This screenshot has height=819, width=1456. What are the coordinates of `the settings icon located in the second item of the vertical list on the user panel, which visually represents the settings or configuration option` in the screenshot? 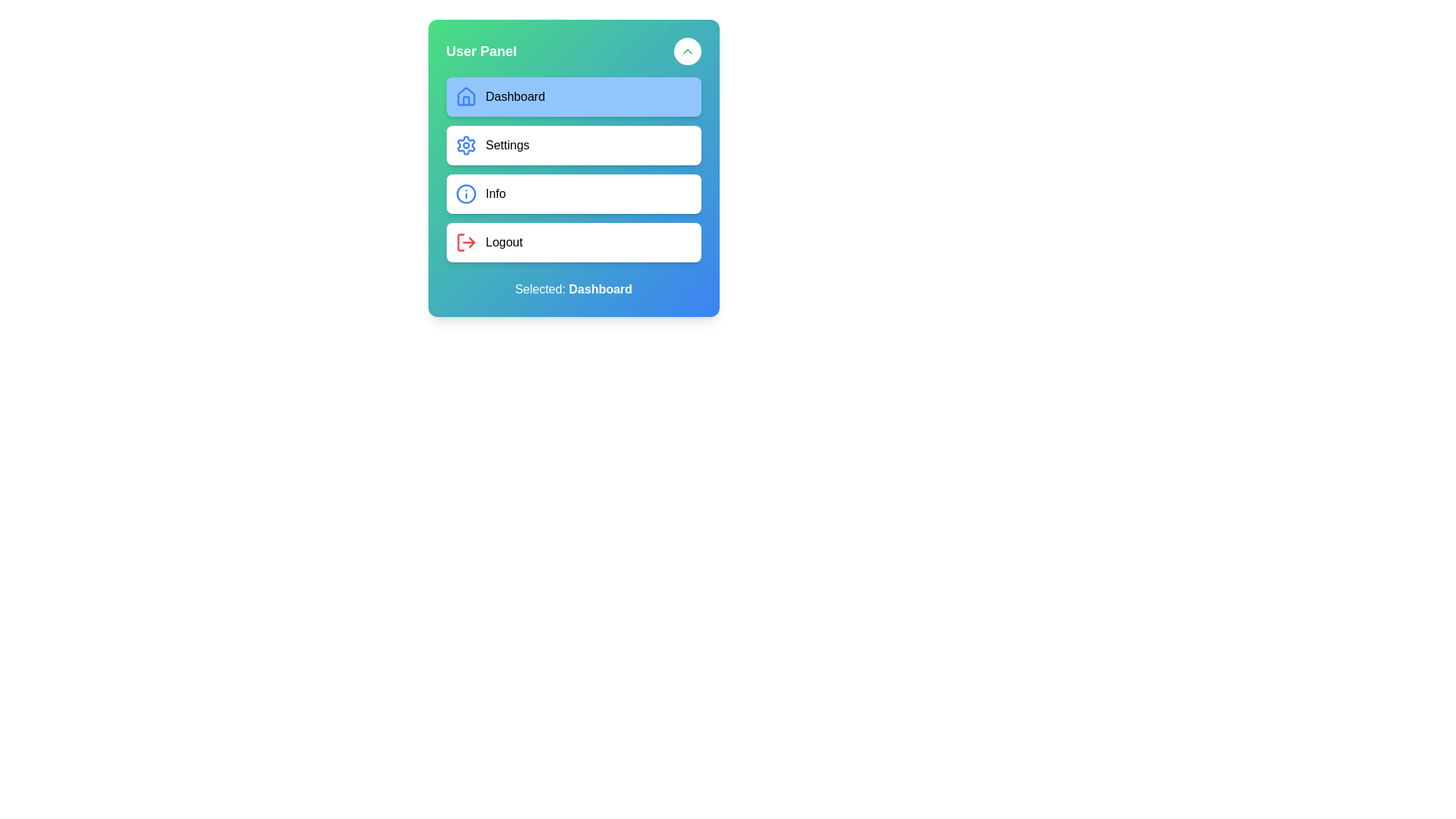 It's located at (465, 146).